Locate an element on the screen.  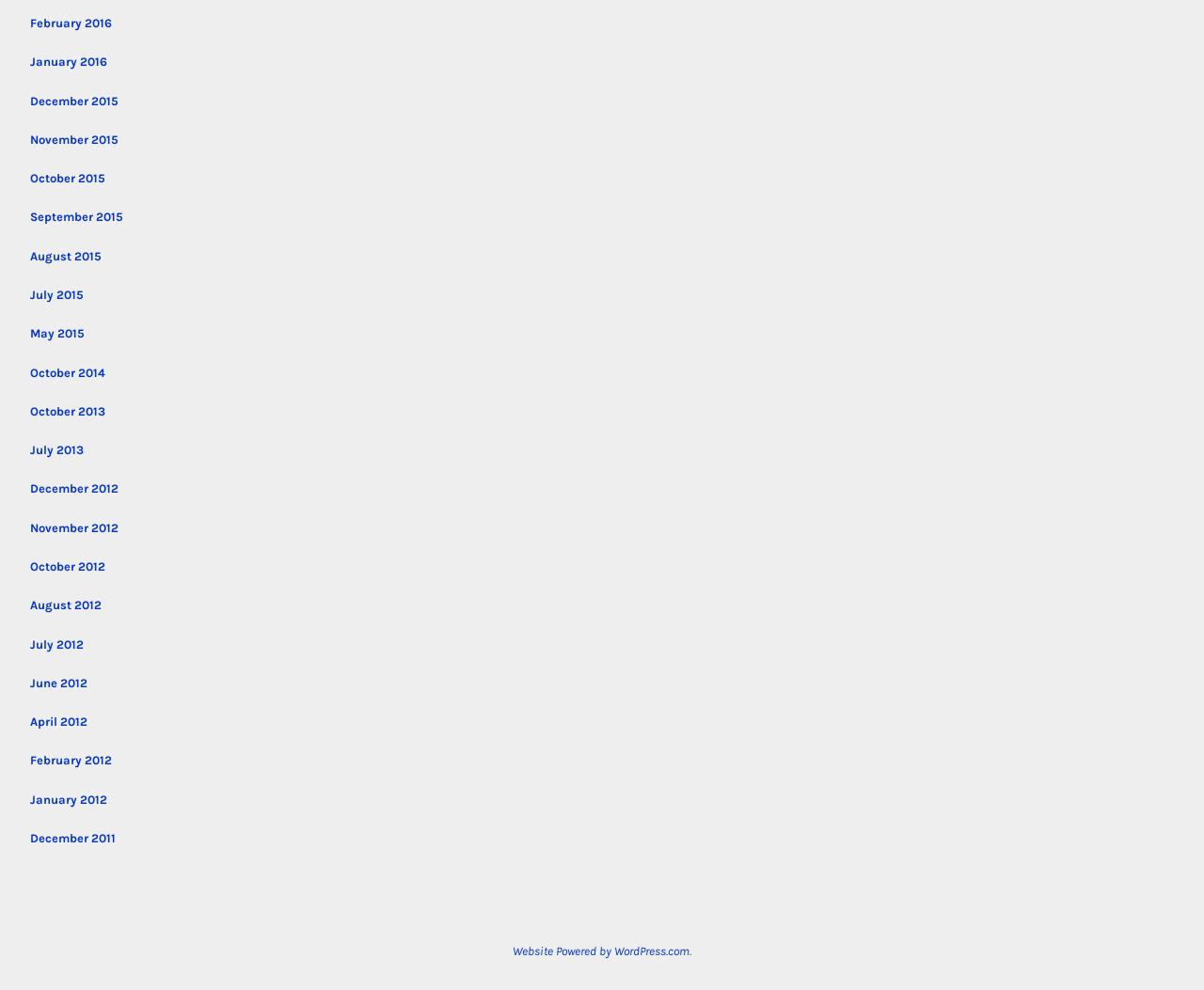
'.' is located at coordinates (689, 949).